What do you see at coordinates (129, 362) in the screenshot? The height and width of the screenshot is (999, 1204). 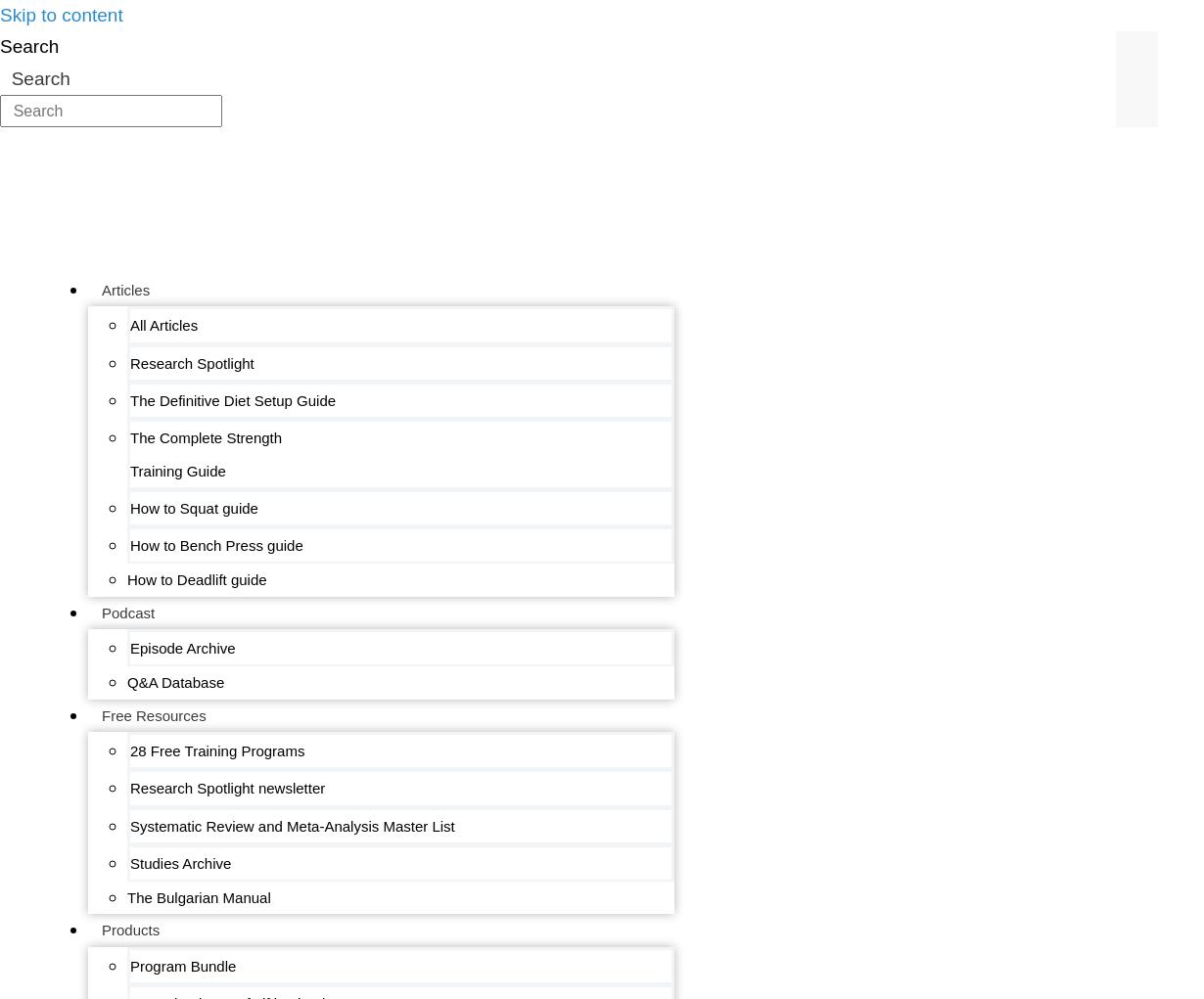 I see `'Research Spotlight'` at bounding box center [129, 362].